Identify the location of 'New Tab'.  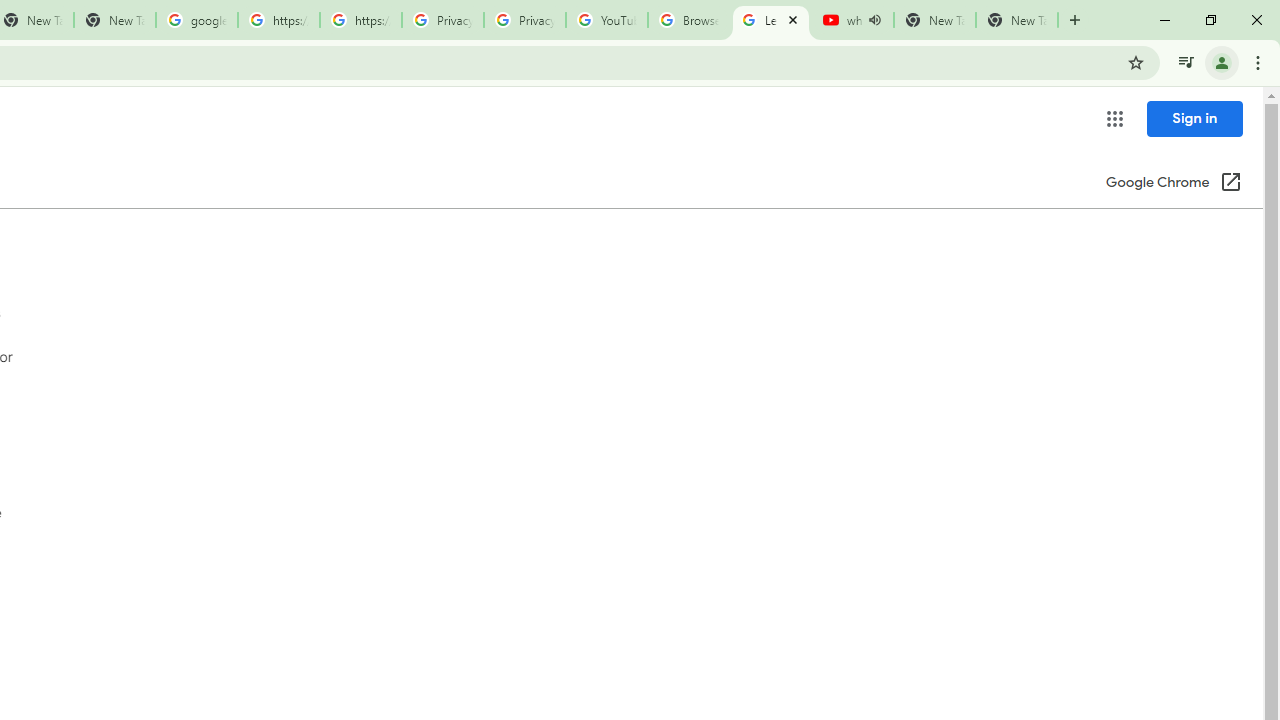
(1016, 20).